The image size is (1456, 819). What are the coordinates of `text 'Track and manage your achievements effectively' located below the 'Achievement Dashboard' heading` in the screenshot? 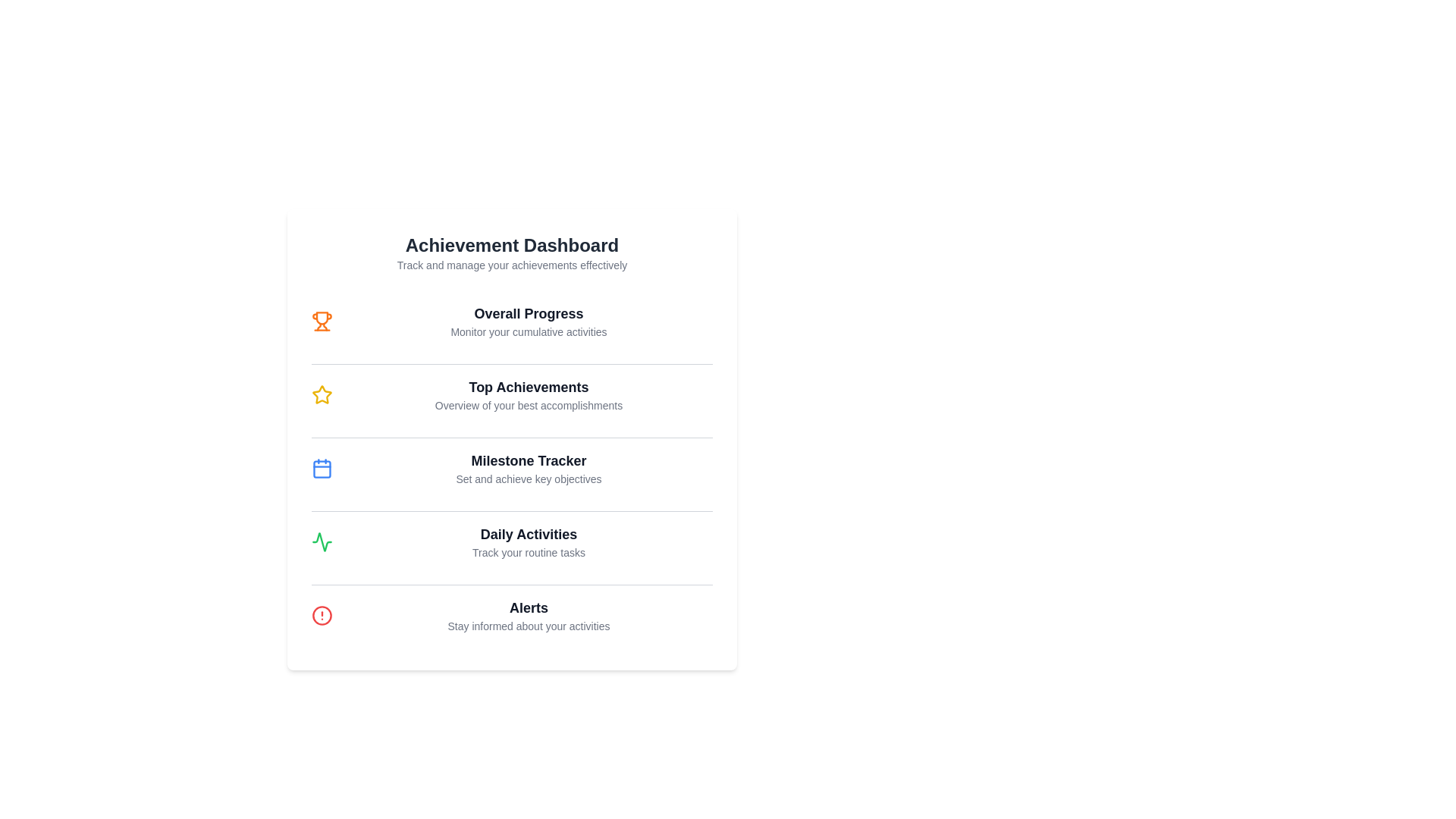 It's located at (512, 265).